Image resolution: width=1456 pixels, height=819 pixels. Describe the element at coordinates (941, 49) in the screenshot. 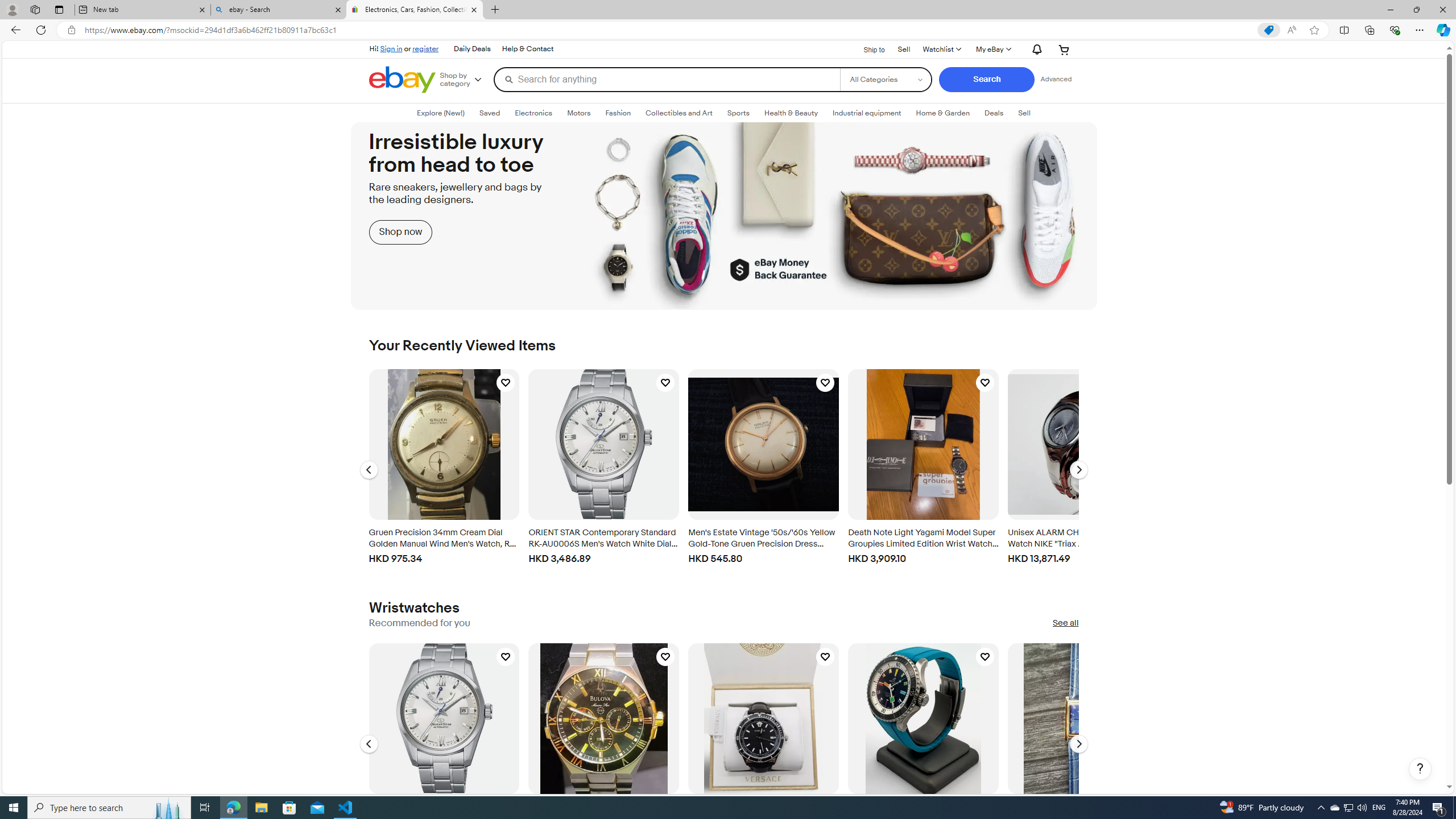

I see `'AutomationID: gh-wl-click'` at that location.